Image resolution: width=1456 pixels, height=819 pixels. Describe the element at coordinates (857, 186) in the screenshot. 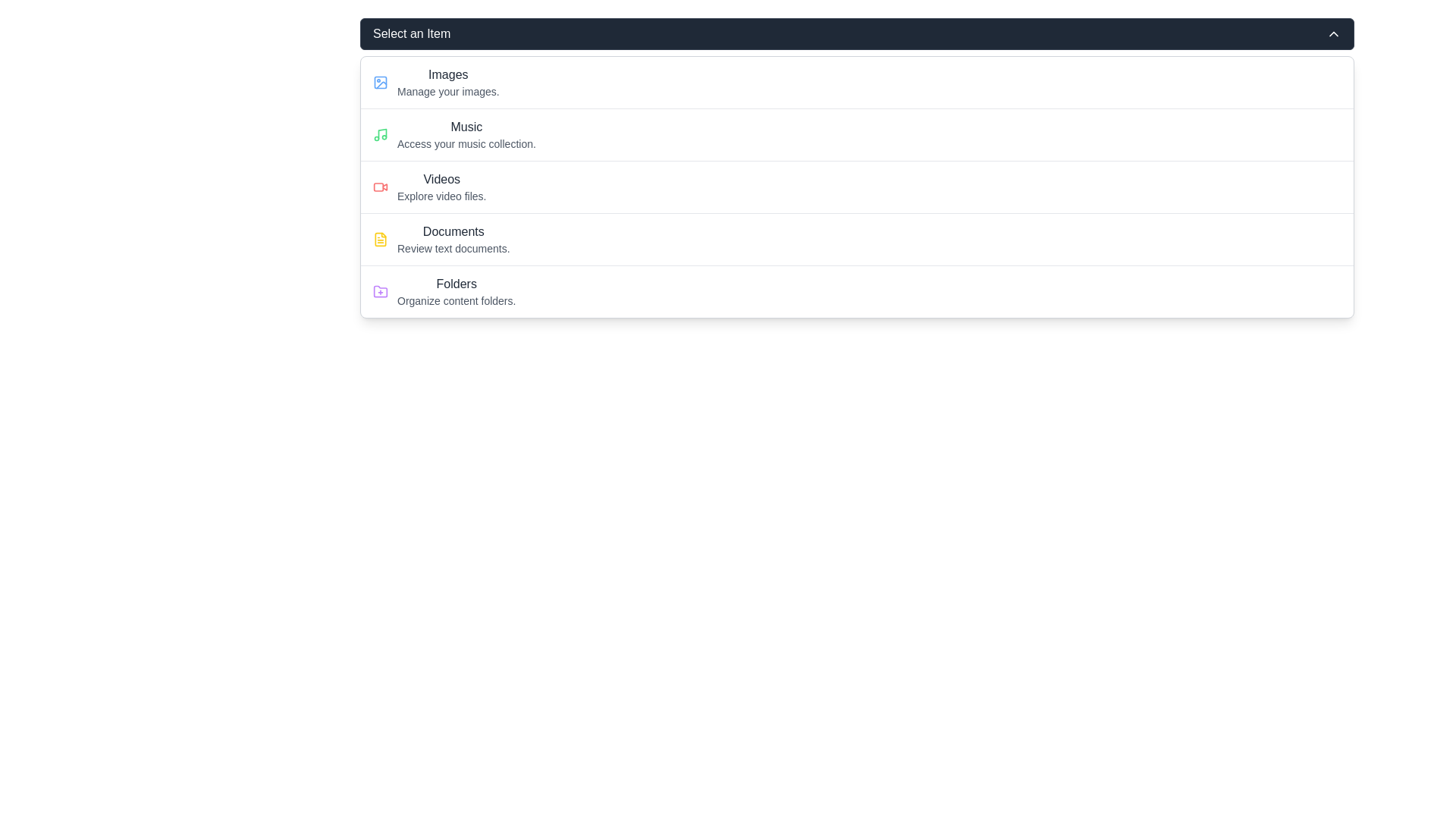

I see `the 'Videos' button, which is the third item in the vertical list of categories` at that location.